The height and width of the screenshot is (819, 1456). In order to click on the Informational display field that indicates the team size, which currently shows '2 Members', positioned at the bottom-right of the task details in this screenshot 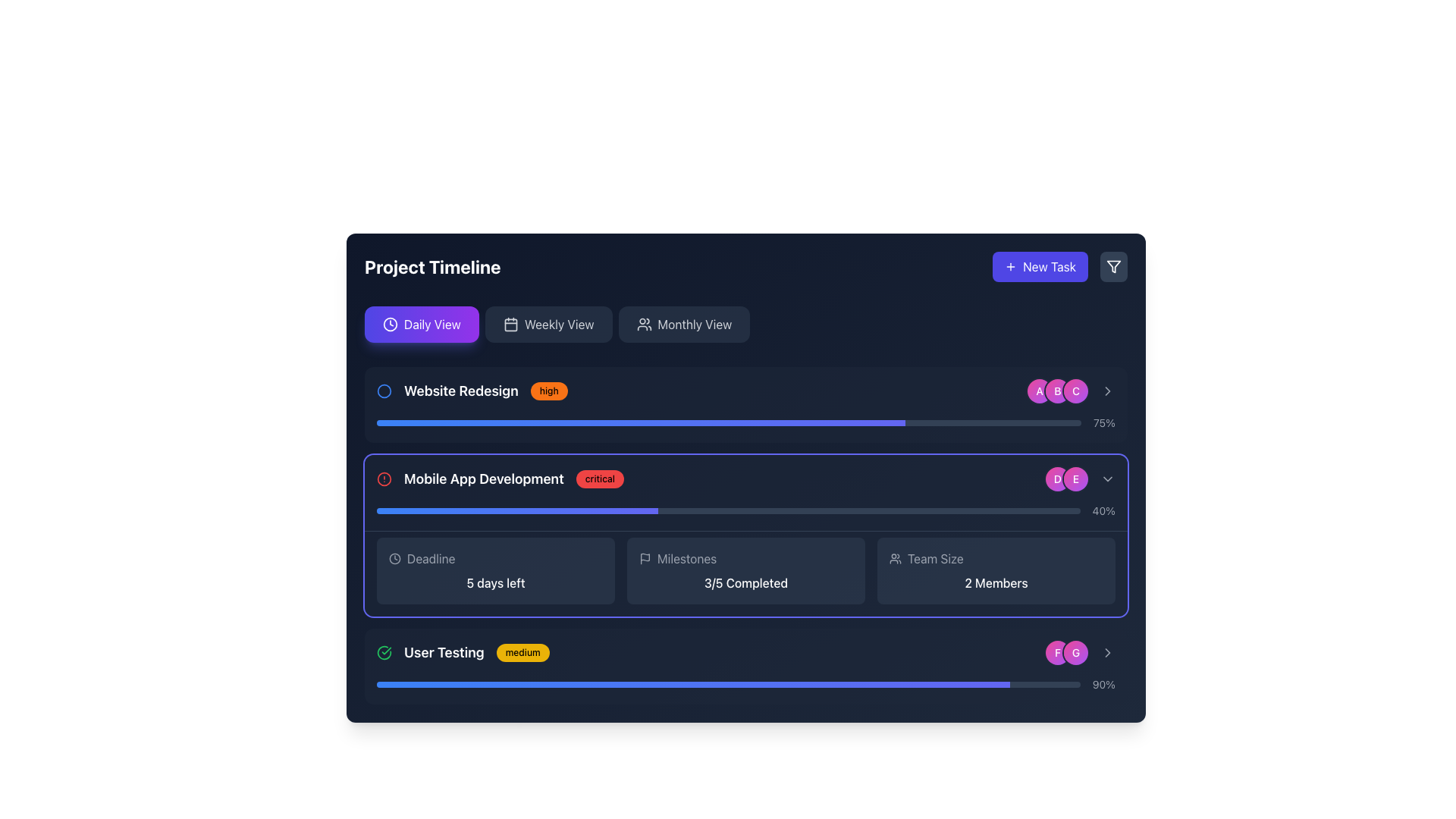, I will do `click(996, 570)`.